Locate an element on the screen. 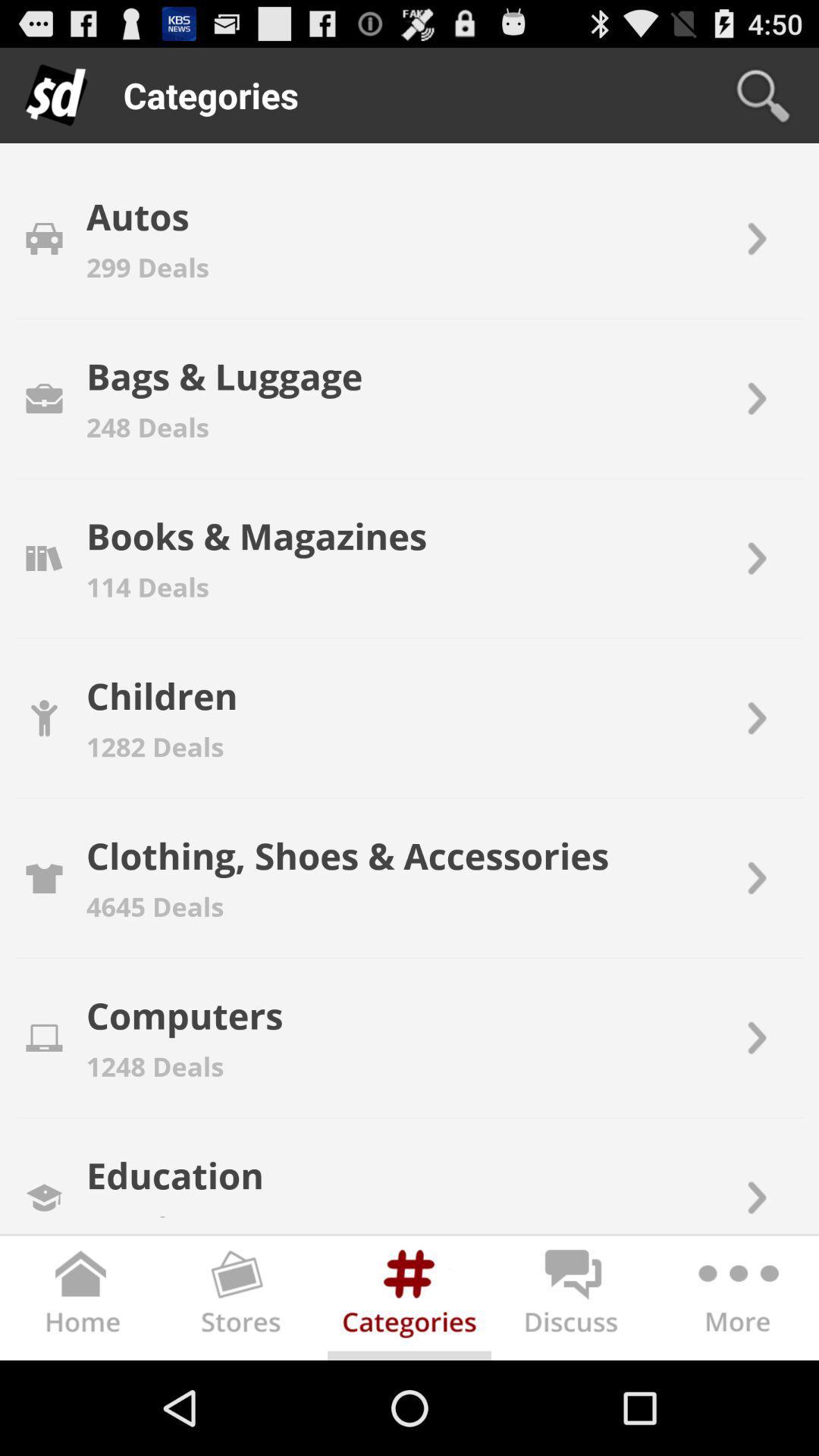 This screenshot has height=1456, width=819. icon below the 114 deals is located at coordinates (162, 695).